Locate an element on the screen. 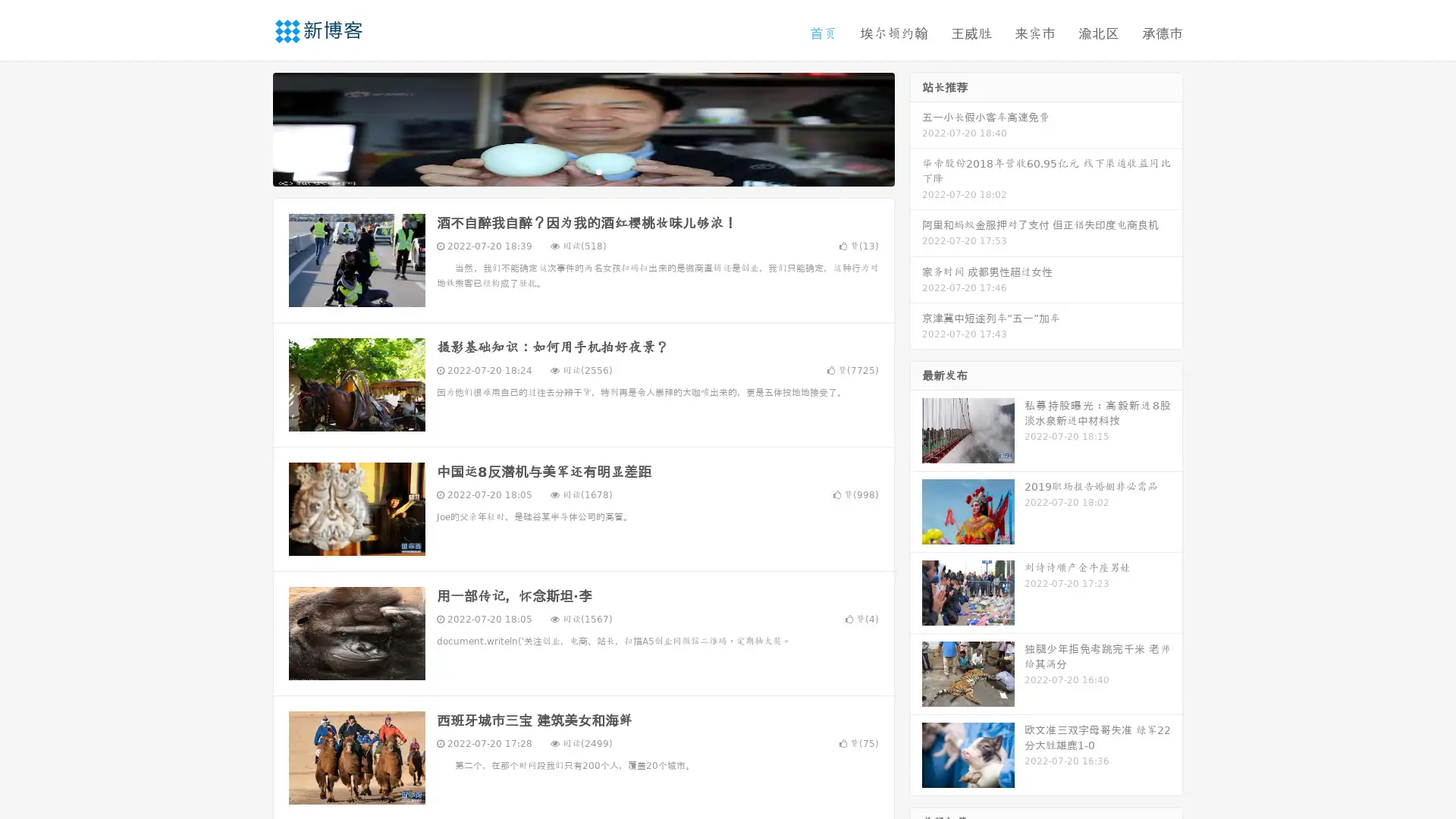 Image resolution: width=1456 pixels, height=819 pixels. Previous slide is located at coordinates (250, 127).